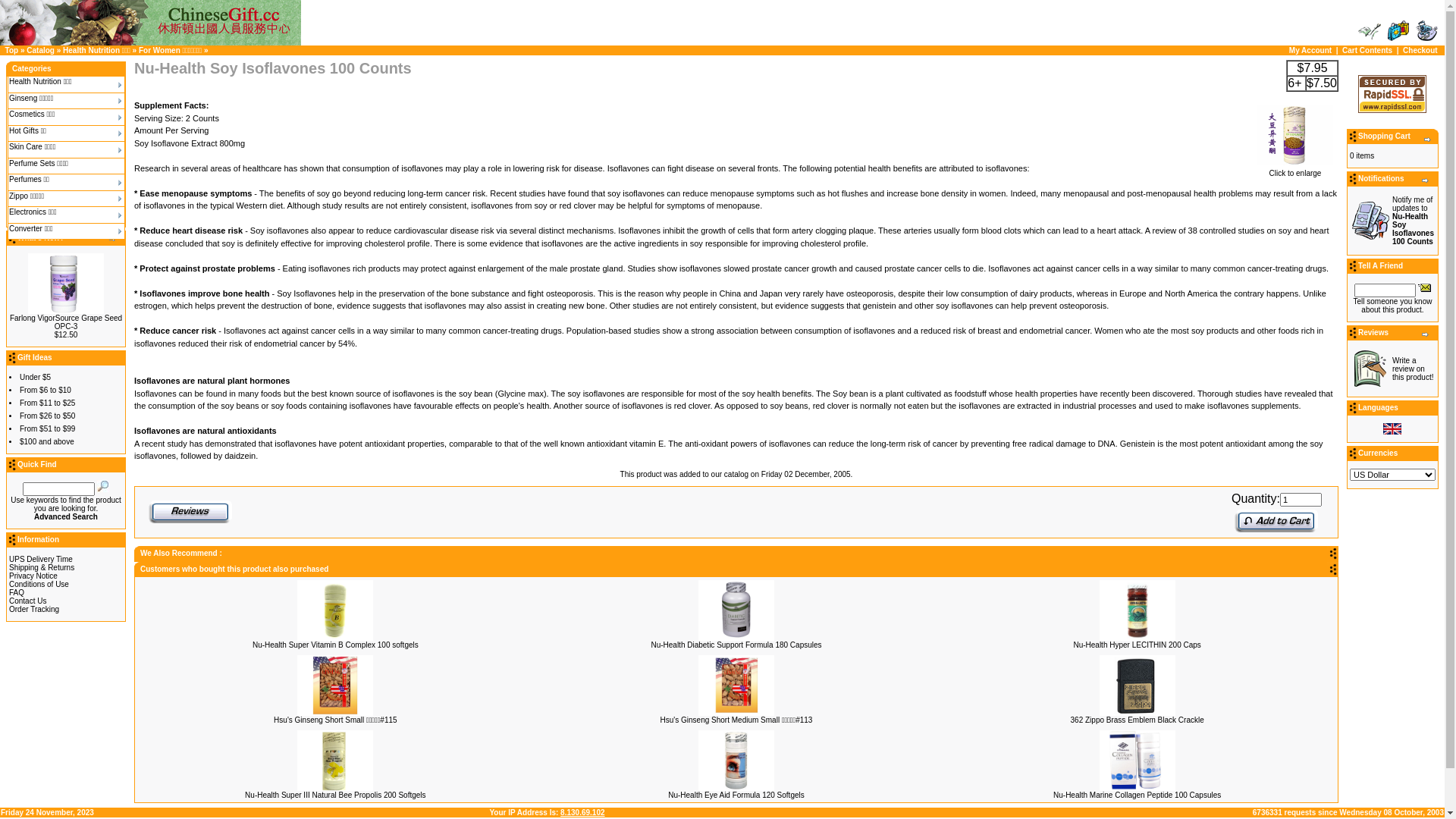  Describe the element at coordinates (1294, 169) in the screenshot. I see `'Click to enlarge'` at that location.